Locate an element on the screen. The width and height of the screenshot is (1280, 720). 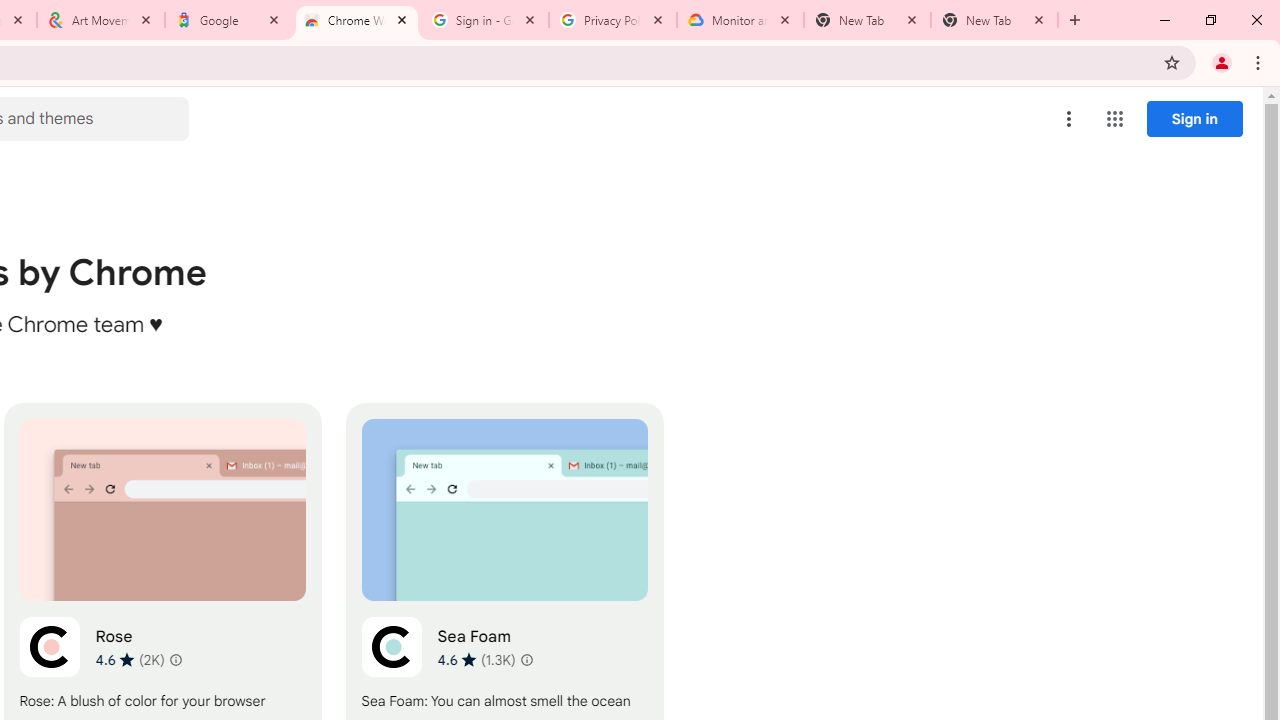
'Sign in - Google Accounts' is located at coordinates (485, 20).